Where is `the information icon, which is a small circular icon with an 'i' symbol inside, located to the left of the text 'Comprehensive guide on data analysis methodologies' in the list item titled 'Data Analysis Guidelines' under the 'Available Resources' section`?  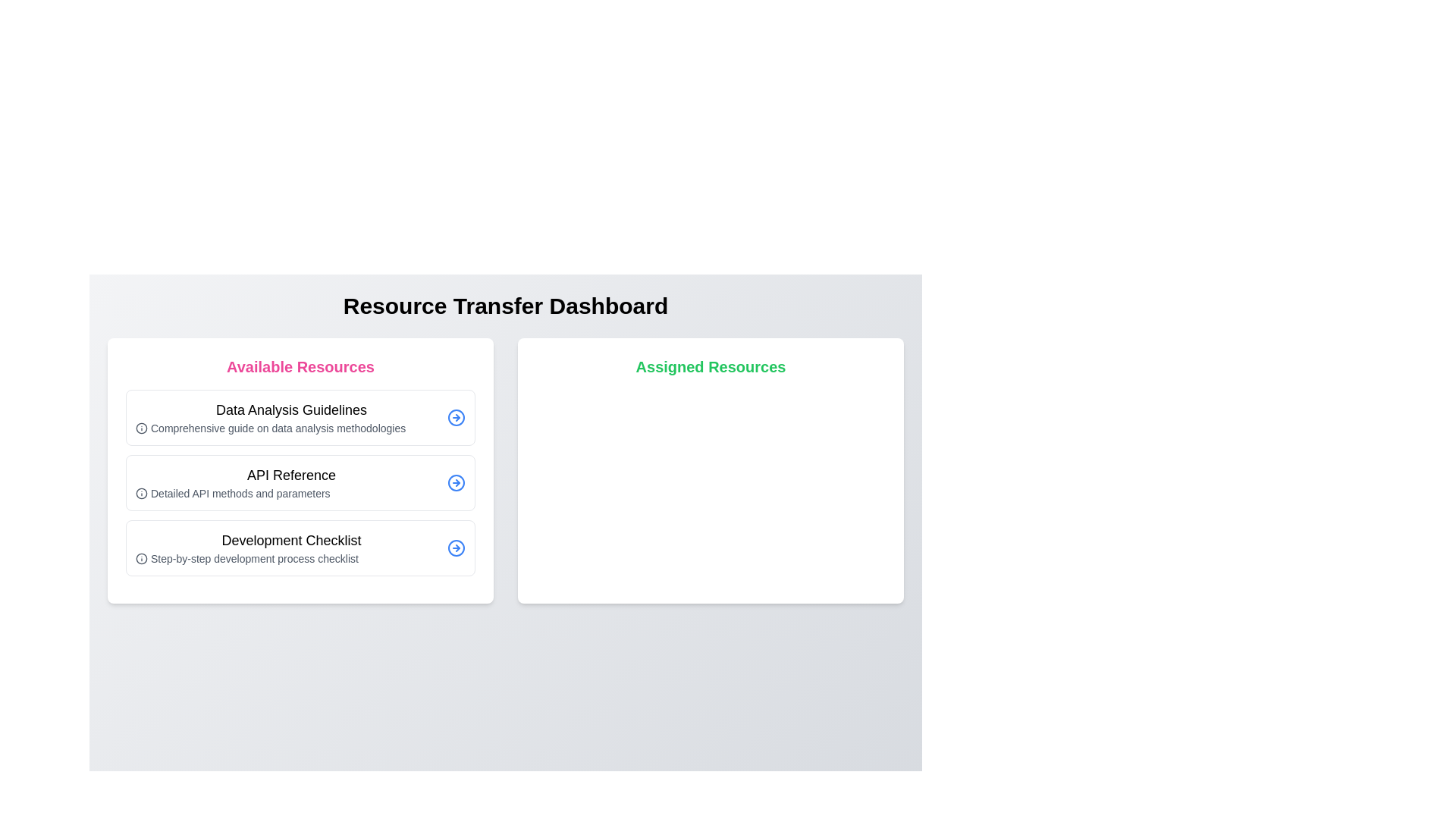 the information icon, which is a small circular icon with an 'i' symbol inside, located to the left of the text 'Comprehensive guide on data analysis methodologies' in the list item titled 'Data Analysis Guidelines' under the 'Available Resources' section is located at coordinates (142, 428).